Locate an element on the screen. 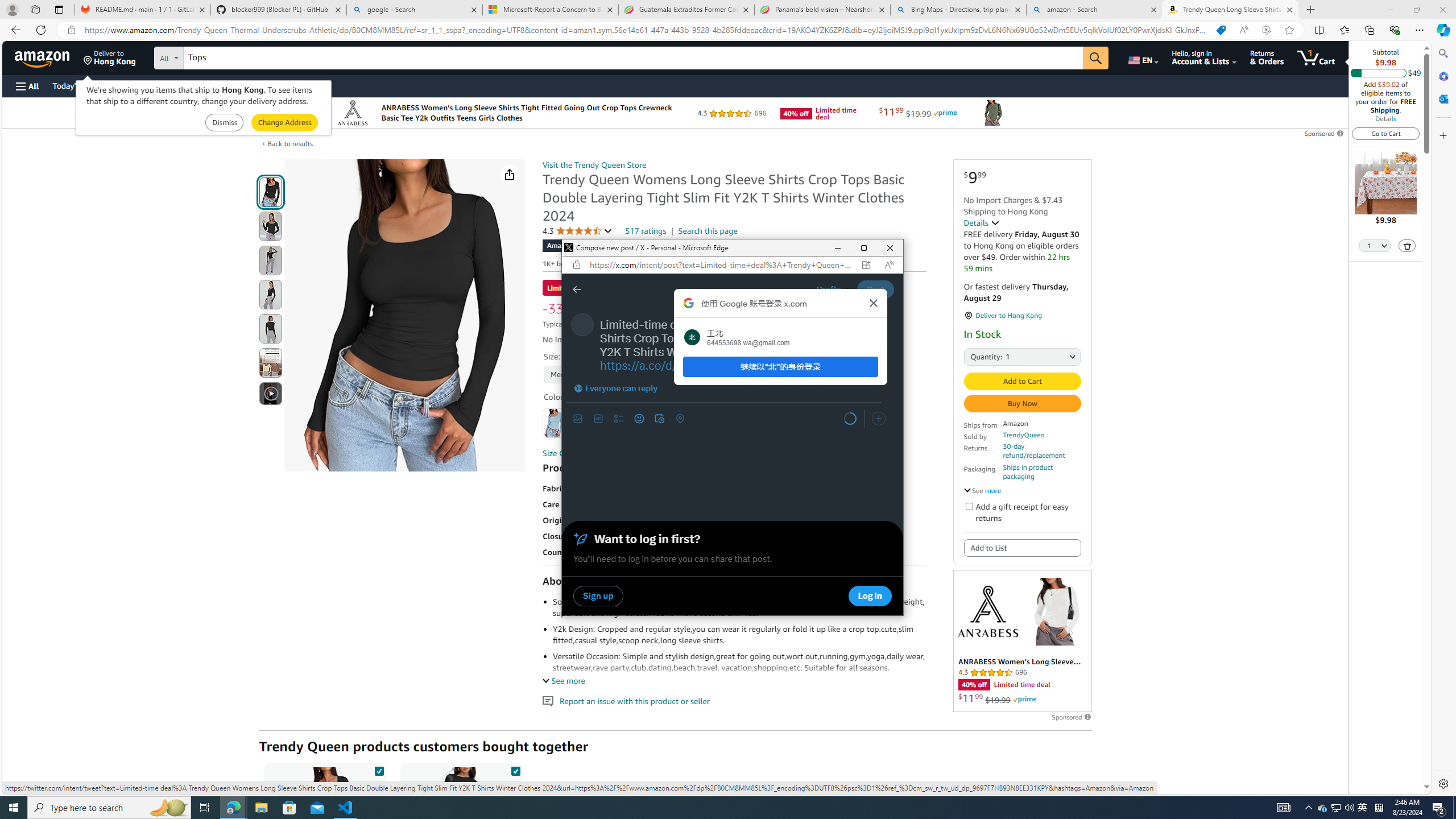 This screenshot has height=819, width=1456. 'Action Center, 2 new notifications' is located at coordinates (1439, 806).